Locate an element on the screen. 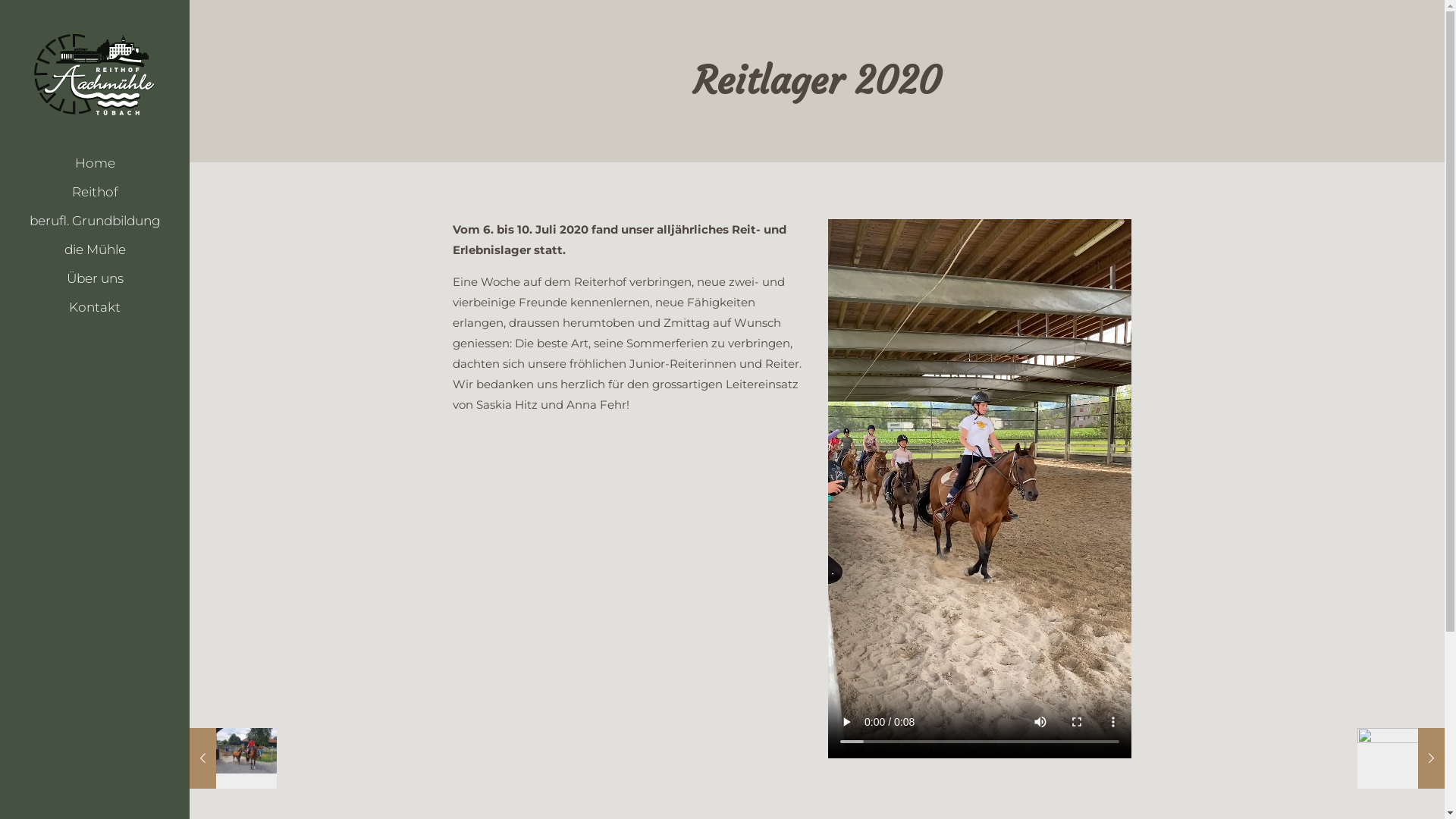  'berufl. Grundbildung' is located at coordinates (93, 220).